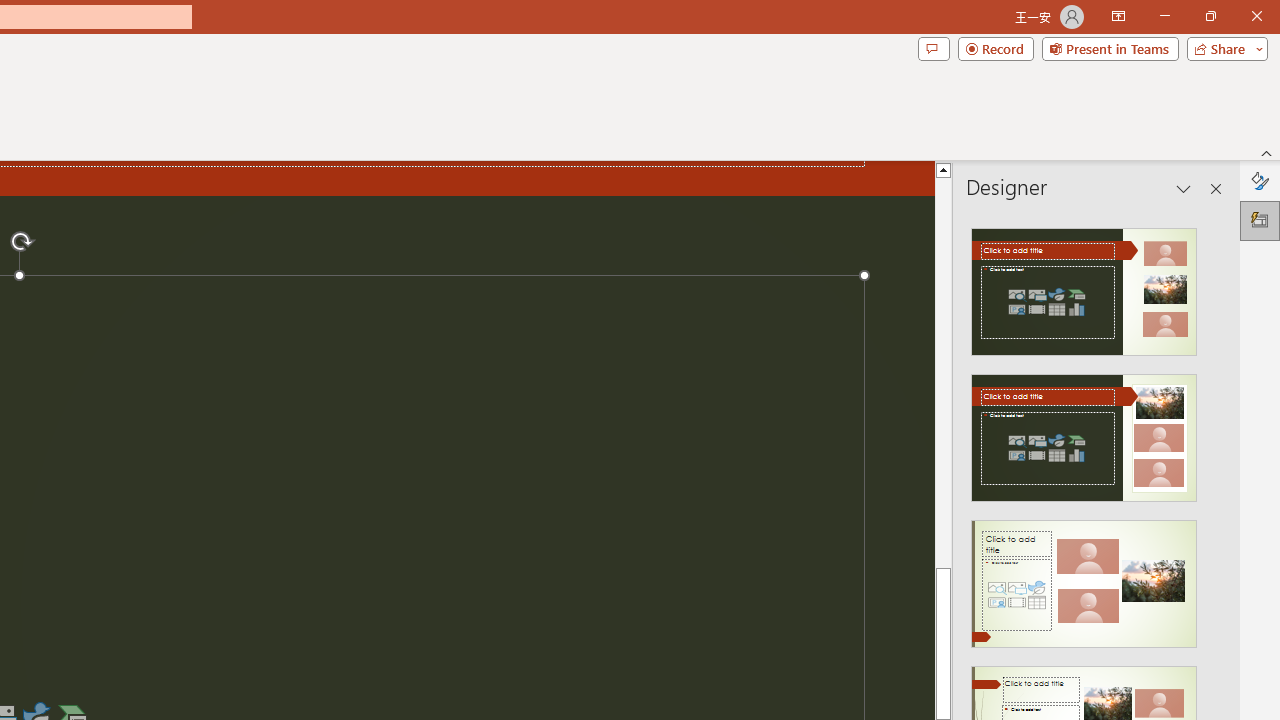 Image resolution: width=1280 pixels, height=720 pixels. What do you see at coordinates (1083, 286) in the screenshot?
I see `'Recommended Design: Design Idea'` at bounding box center [1083, 286].